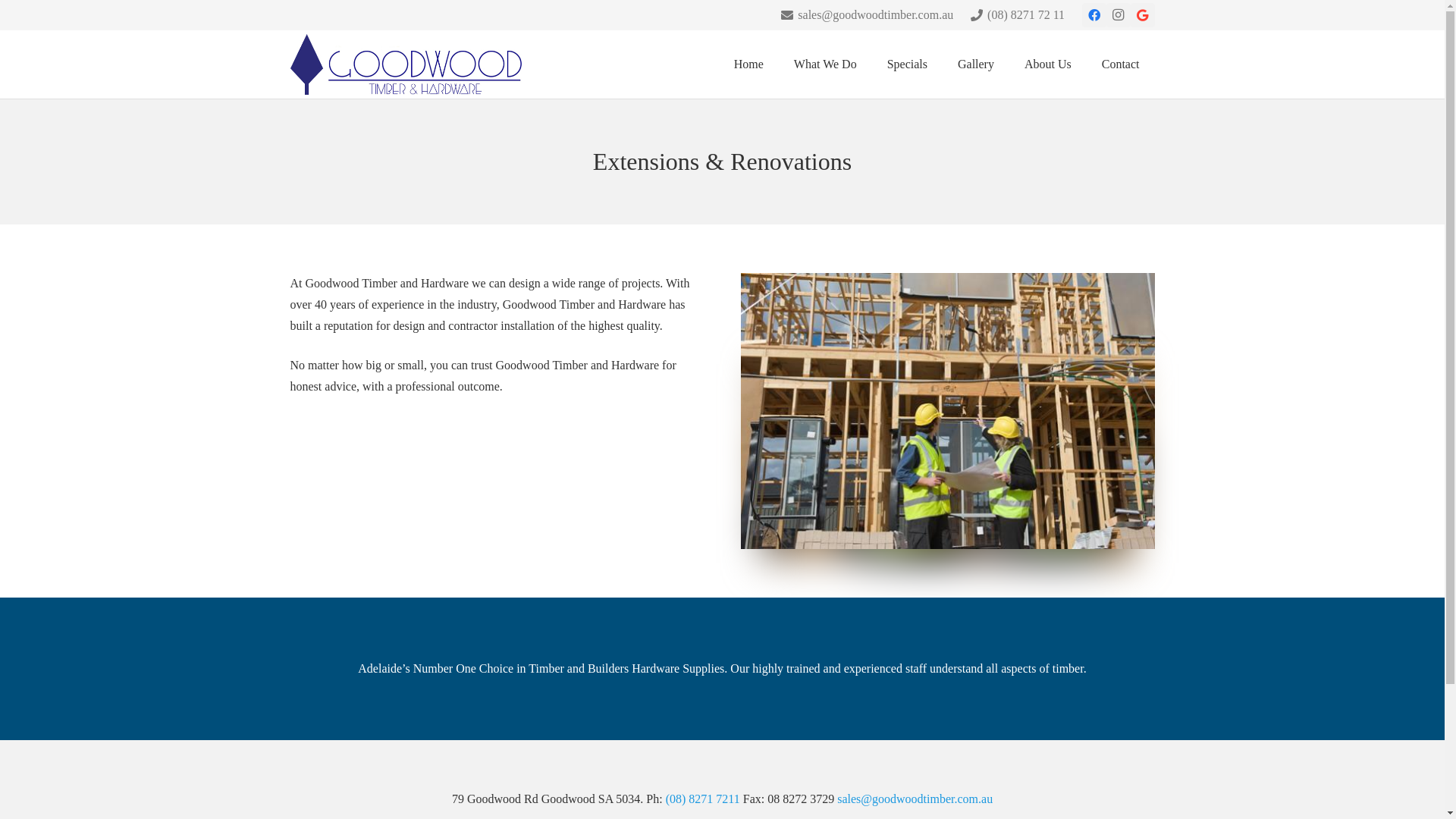 This screenshot has height=819, width=1456. What do you see at coordinates (824, 63) in the screenshot?
I see `'What We Do'` at bounding box center [824, 63].